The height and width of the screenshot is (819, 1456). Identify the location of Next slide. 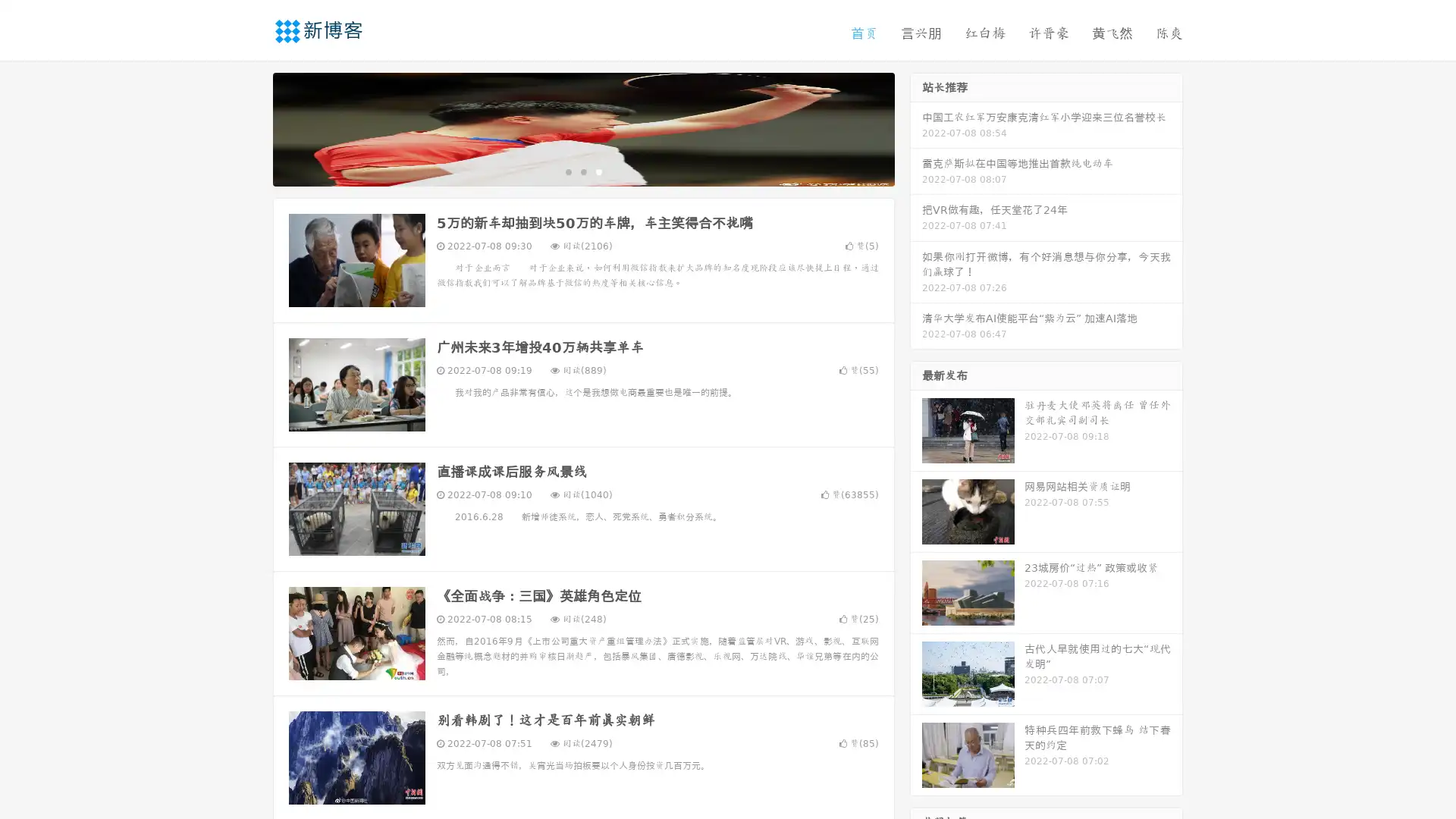
(916, 127).